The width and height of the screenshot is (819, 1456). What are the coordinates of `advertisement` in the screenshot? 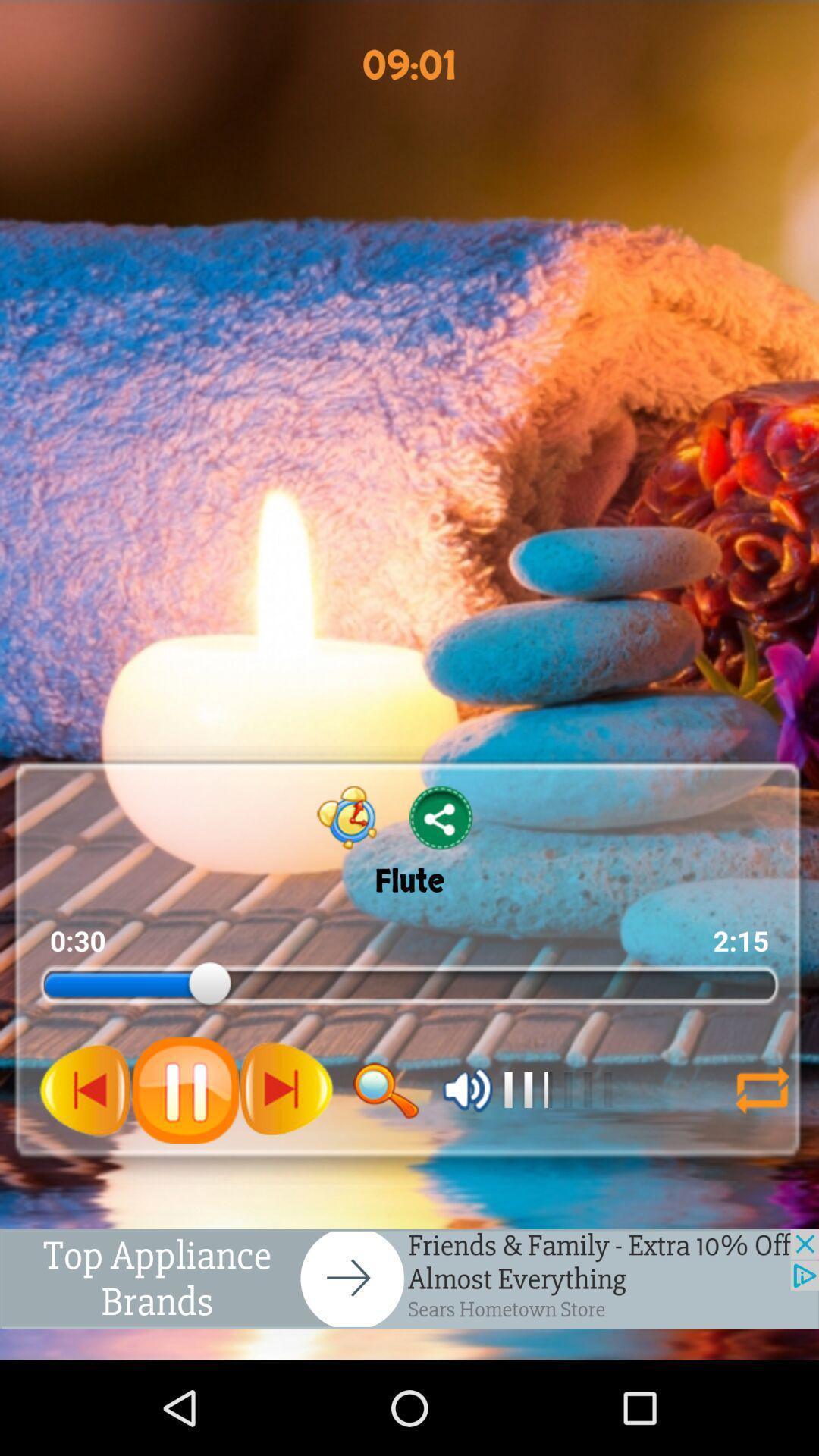 It's located at (409, 1278).